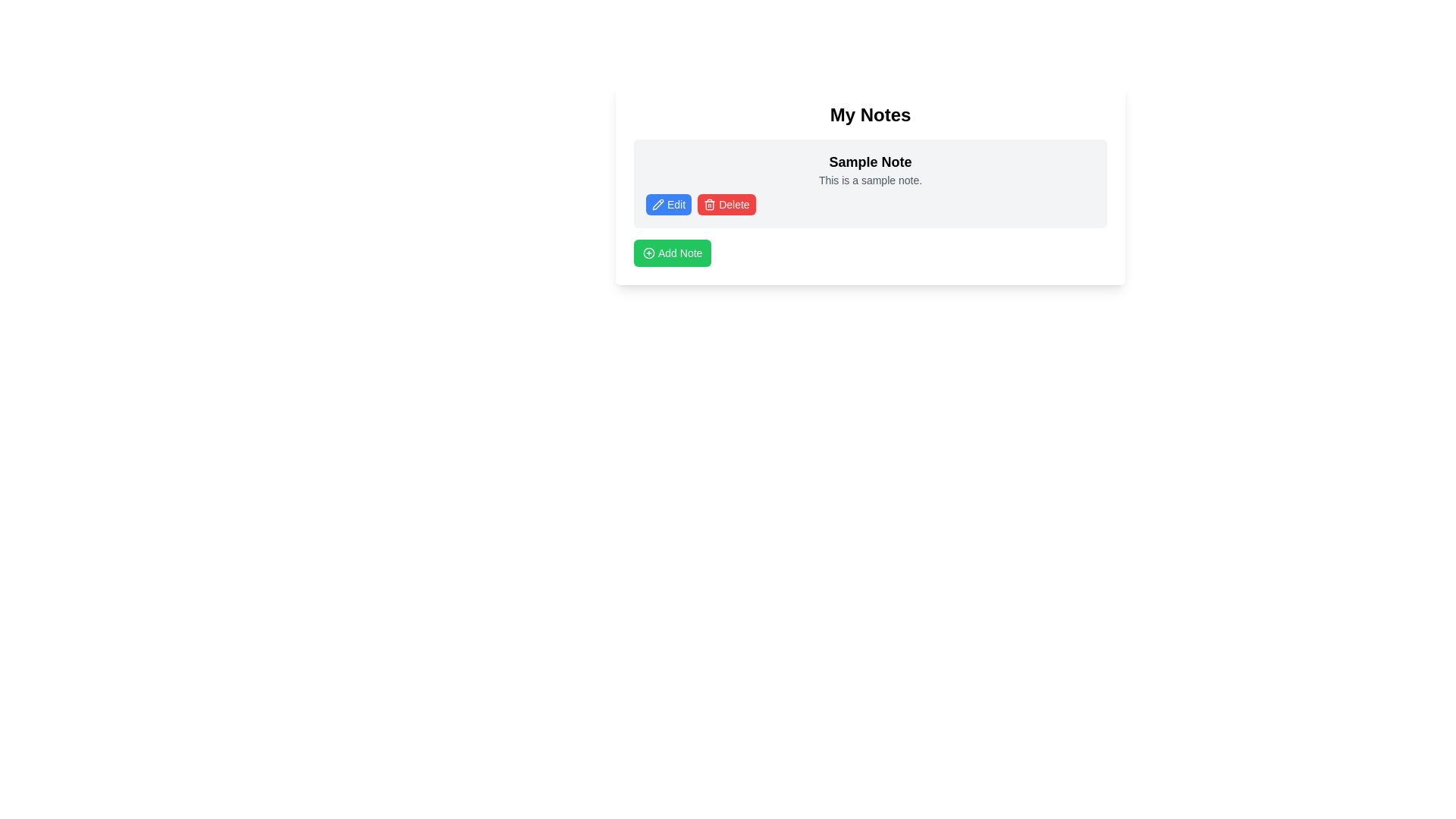 The image size is (1456, 819). Describe the element at coordinates (648, 253) in the screenshot. I see `the outermost circular outline of the iconographic component within the green 'Add Note' button` at that location.